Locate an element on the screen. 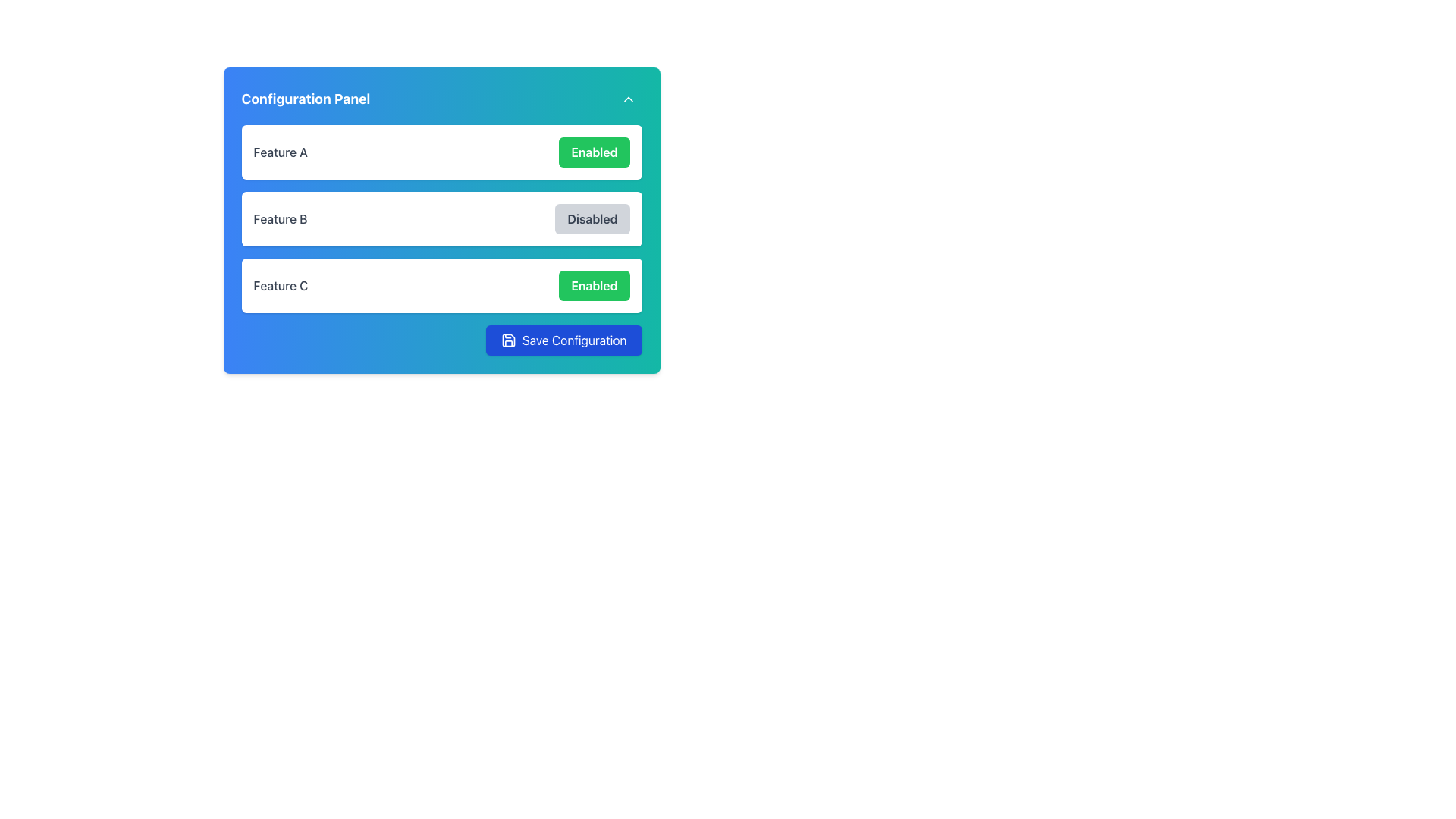  the blue save button located at the bottom-right corner of the 'Configuration Panel' is located at coordinates (563, 339).